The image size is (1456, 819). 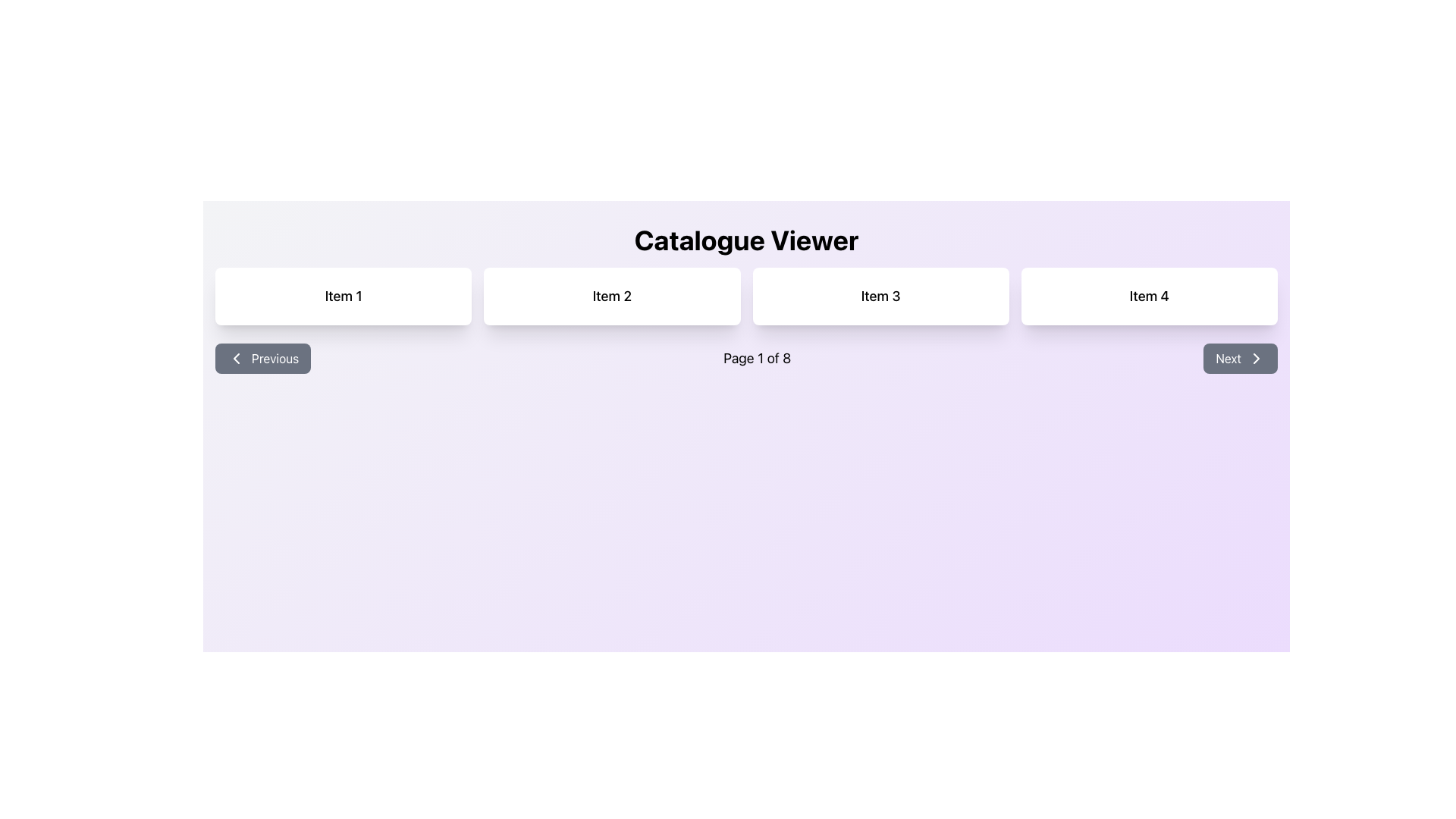 I want to click on the fourth item in the horizontally-aligned grid, which is a selectable Box displaying text located to the right of 'Item 3' and to the left of the 'Next' button, so click(x=1149, y=296).